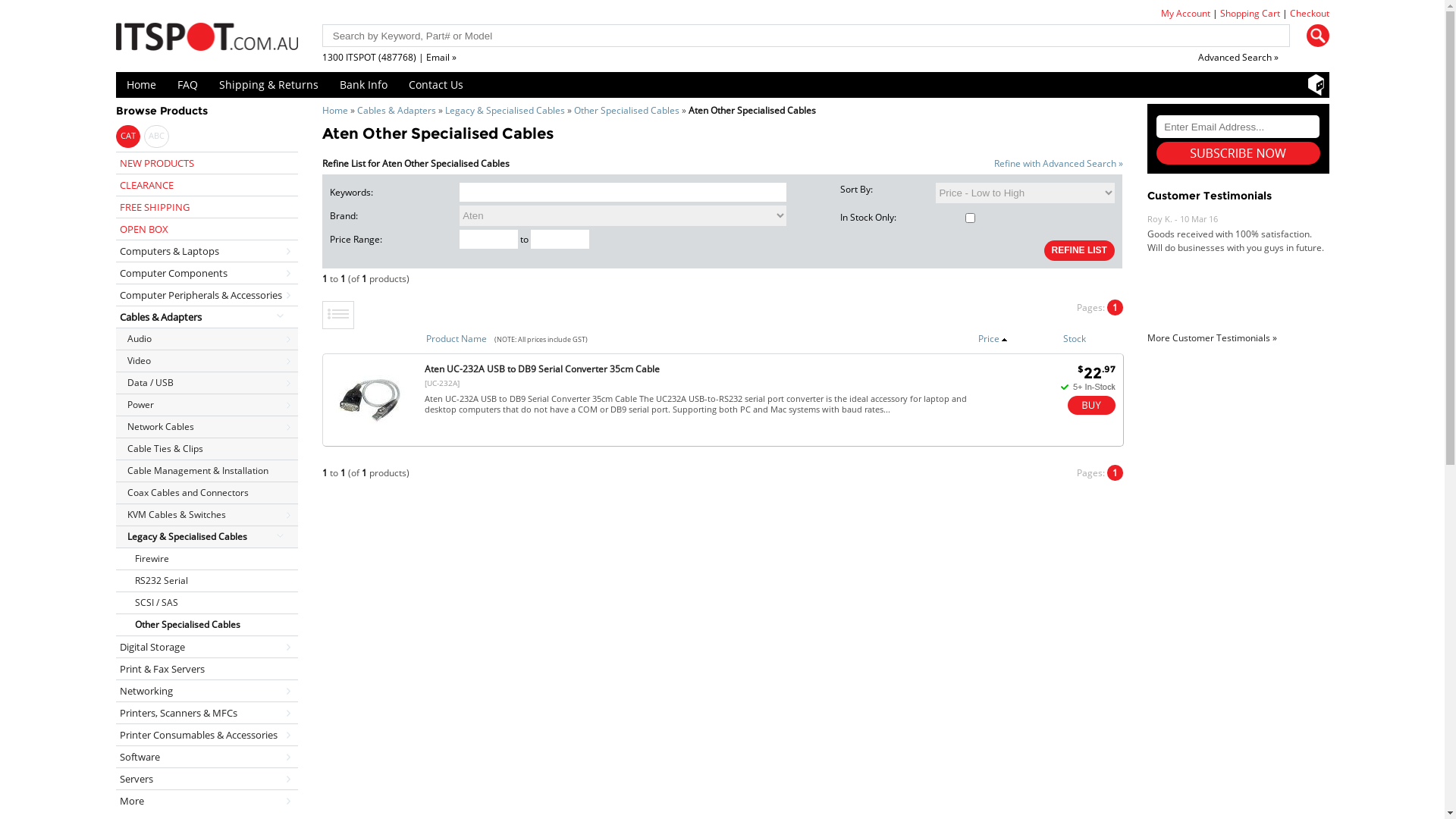  What do you see at coordinates (206, 36) in the screenshot?
I see `'ITSpot Online Computer Store'` at bounding box center [206, 36].